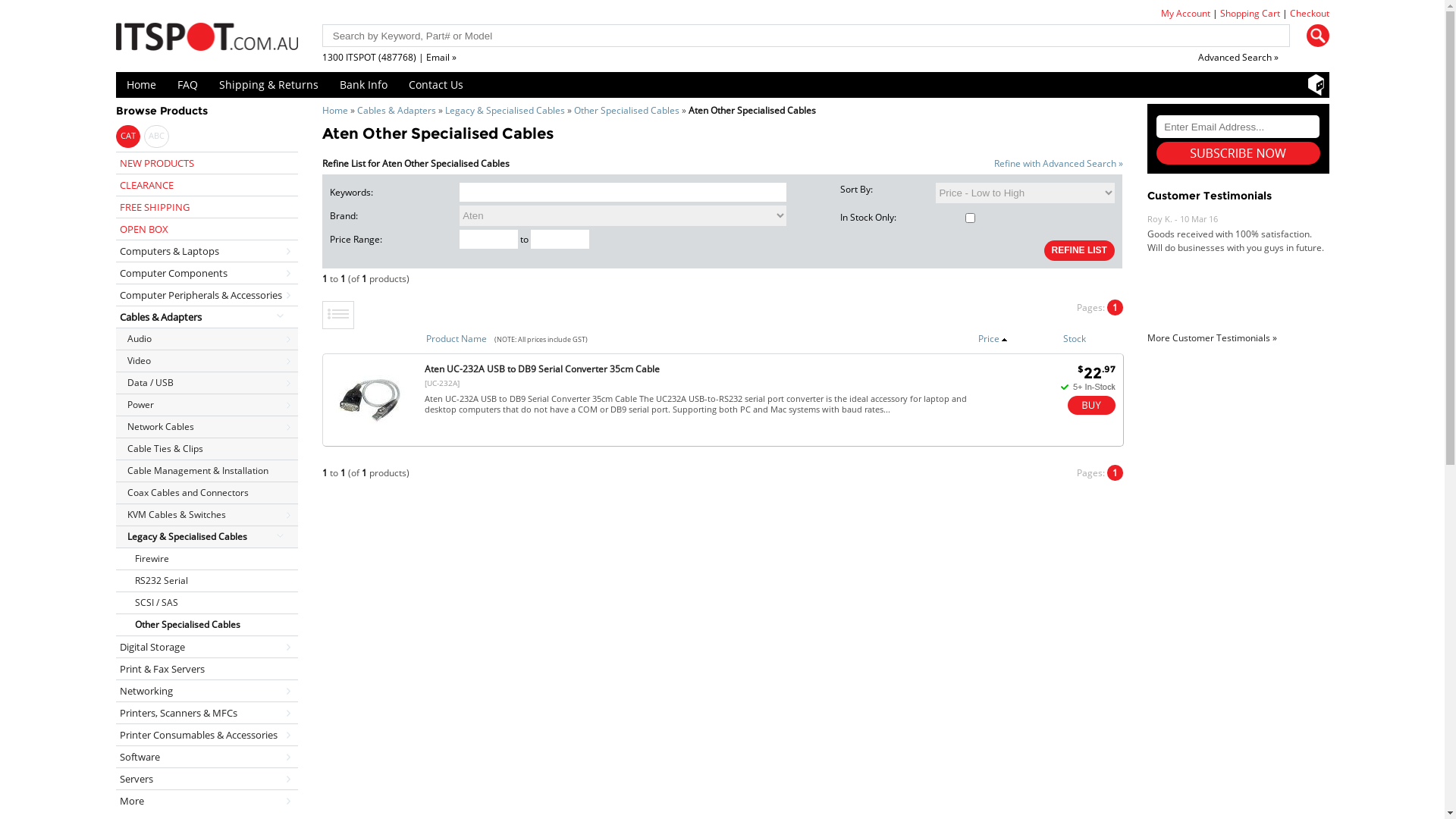  What do you see at coordinates (206, 36) in the screenshot?
I see `'ITSpot Online Computer Store'` at bounding box center [206, 36].